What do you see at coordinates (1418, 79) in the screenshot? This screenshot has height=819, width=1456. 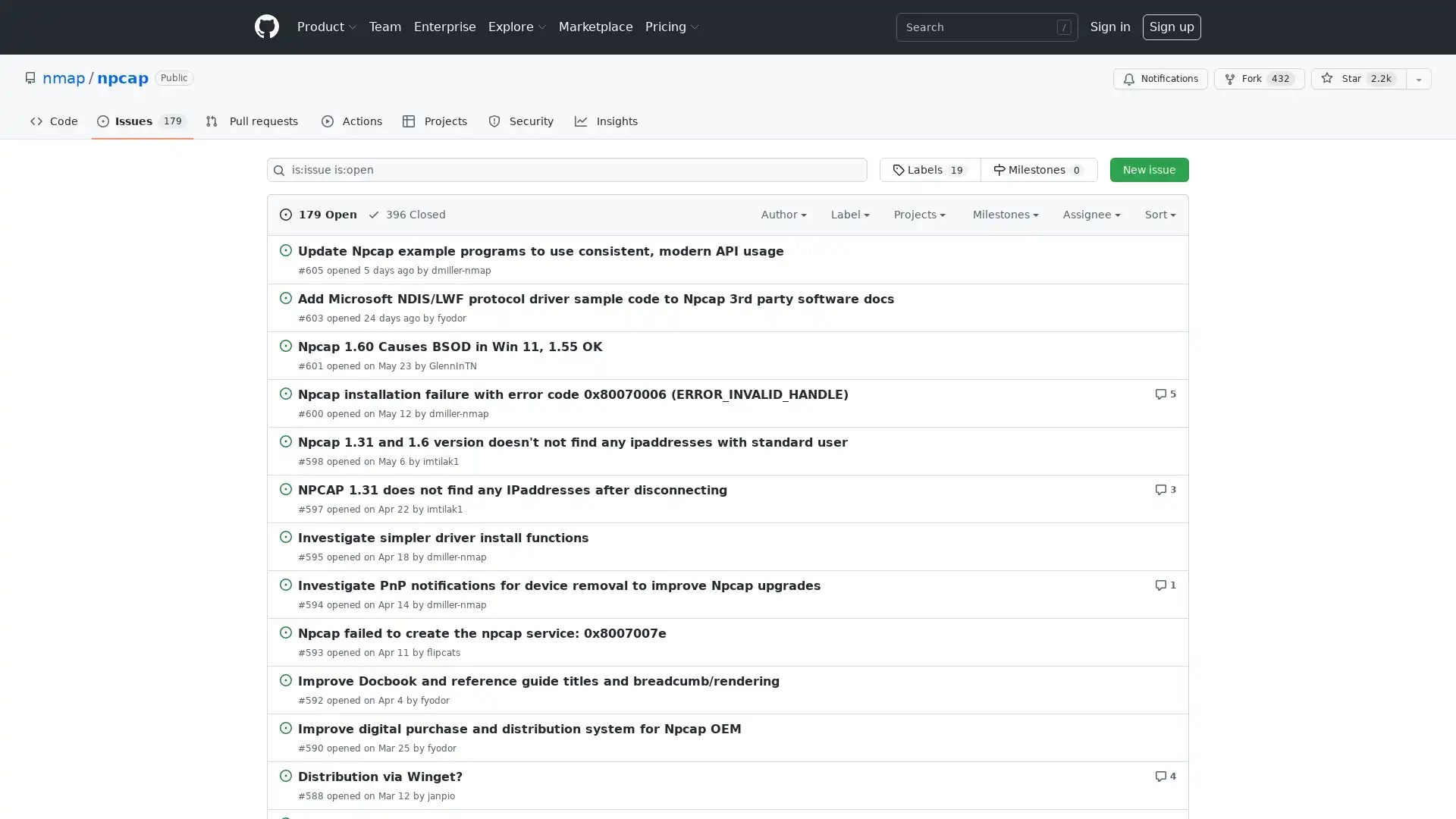 I see `You must be signed in to add this repository to a list` at bounding box center [1418, 79].